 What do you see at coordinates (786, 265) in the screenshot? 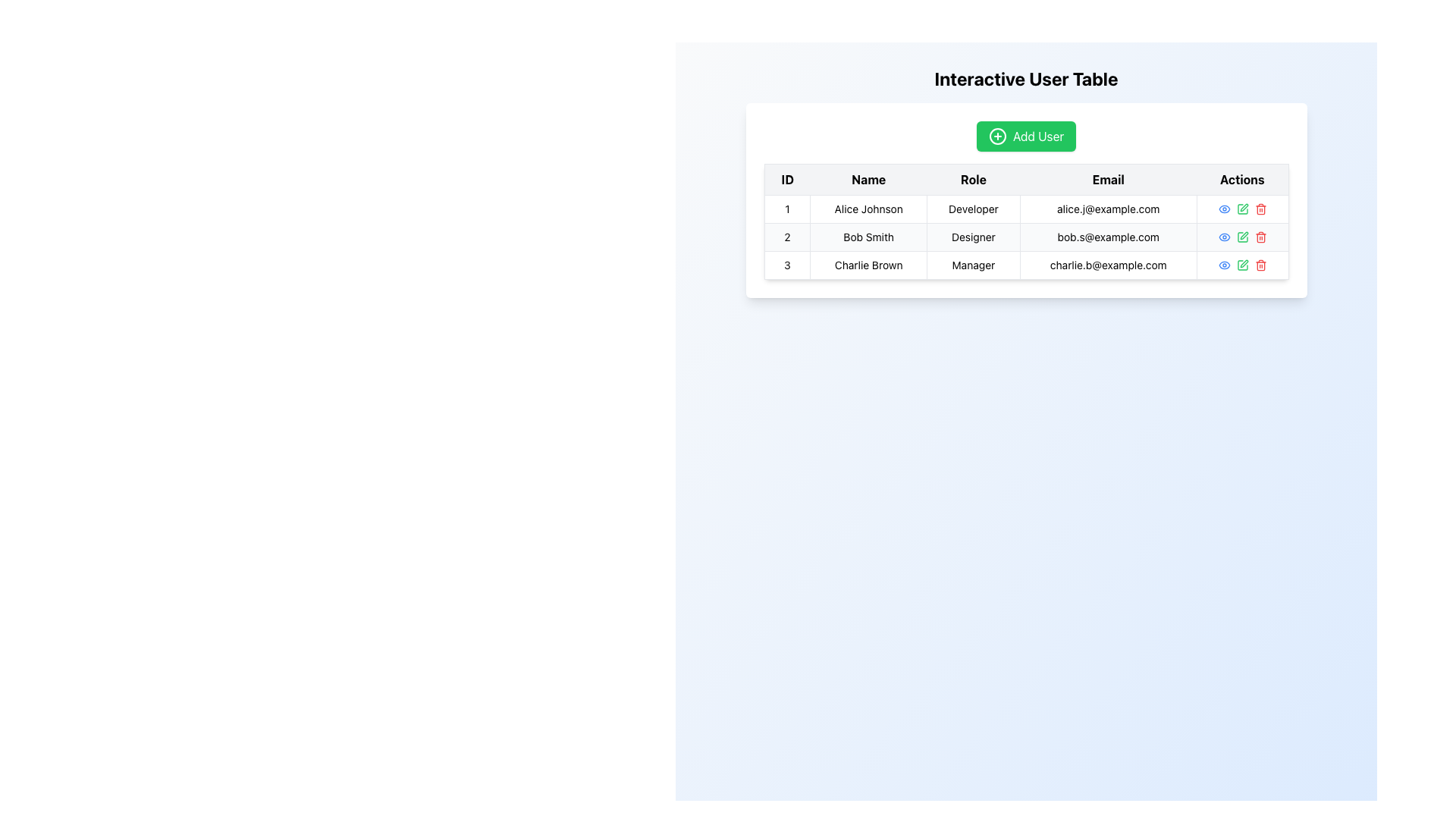
I see `the numeral '3' displayed in bold font, located in the first column of the last row of the table under the 'ID' column` at bounding box center [786, 265].